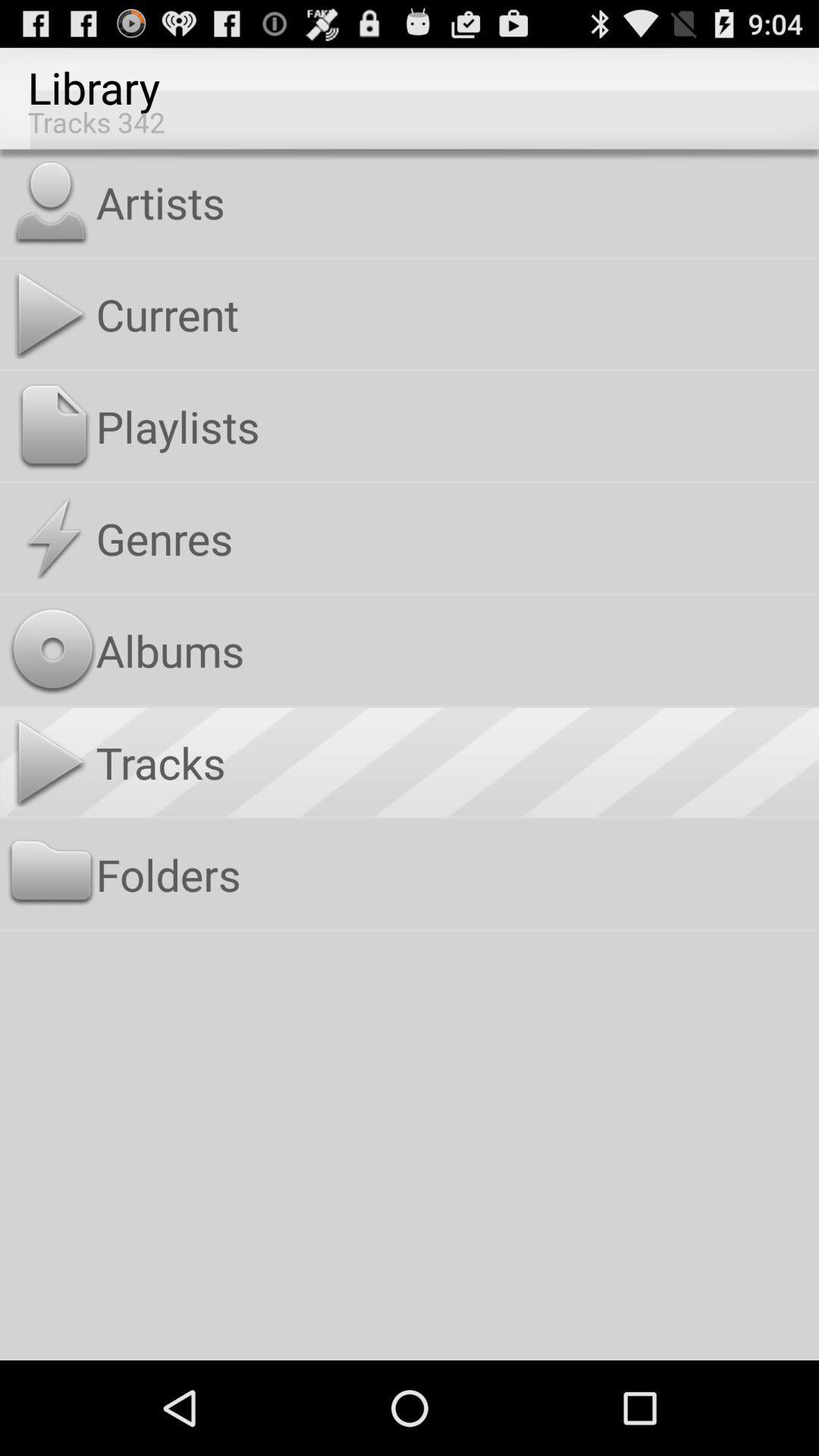 This screenshot has height=1456, width=819. What do you see at coordinates (453, 201) in the screenshot?
I see `artists app` at bounding box center [453, 201].